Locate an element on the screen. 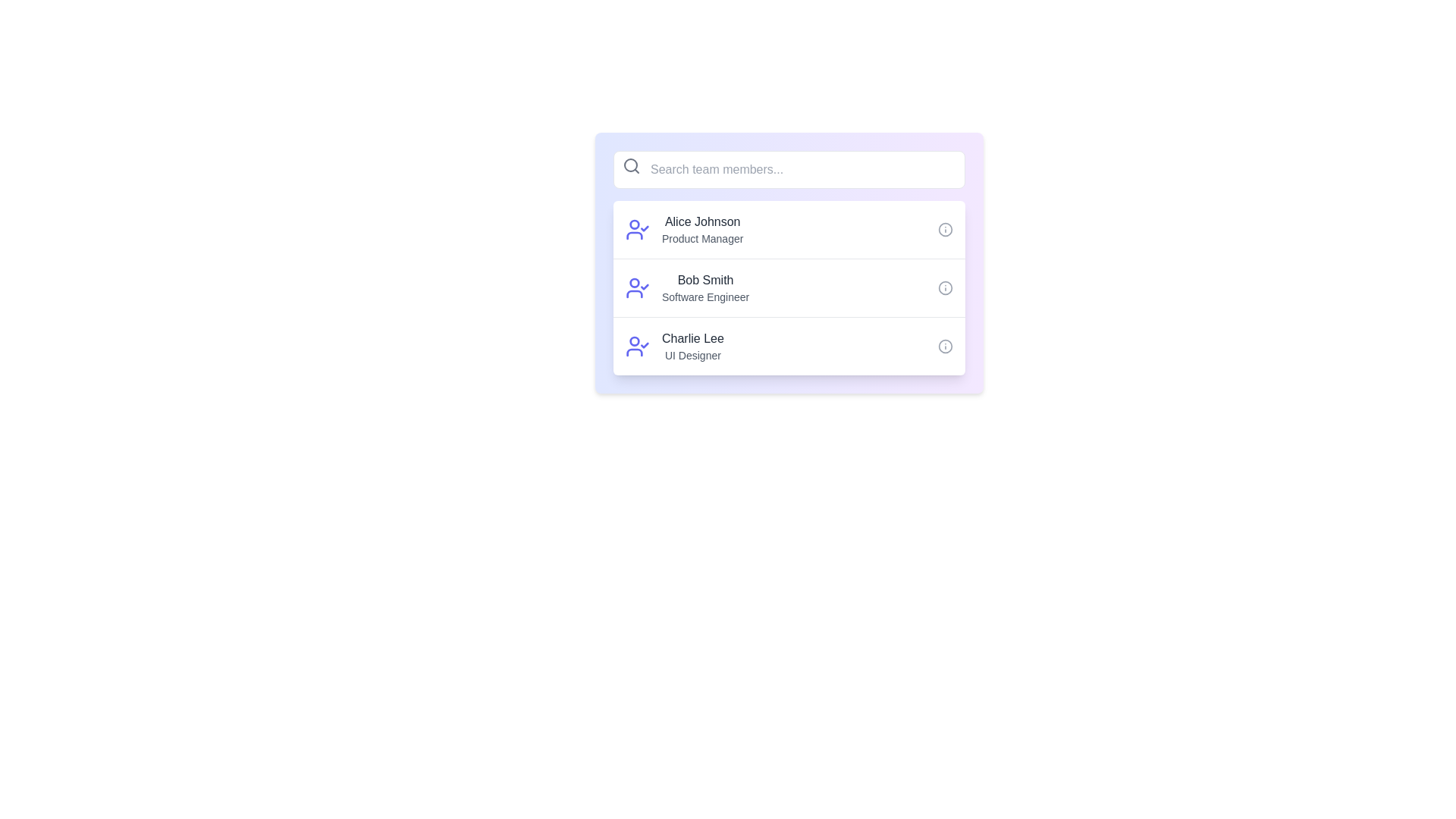 The height and width of the screenshot is (819, 1456). the SVG Circle that represents the circular lens of the magnifying glass in the search icon located at the top-left corner of the search bar is located at coordinates (630, 165).